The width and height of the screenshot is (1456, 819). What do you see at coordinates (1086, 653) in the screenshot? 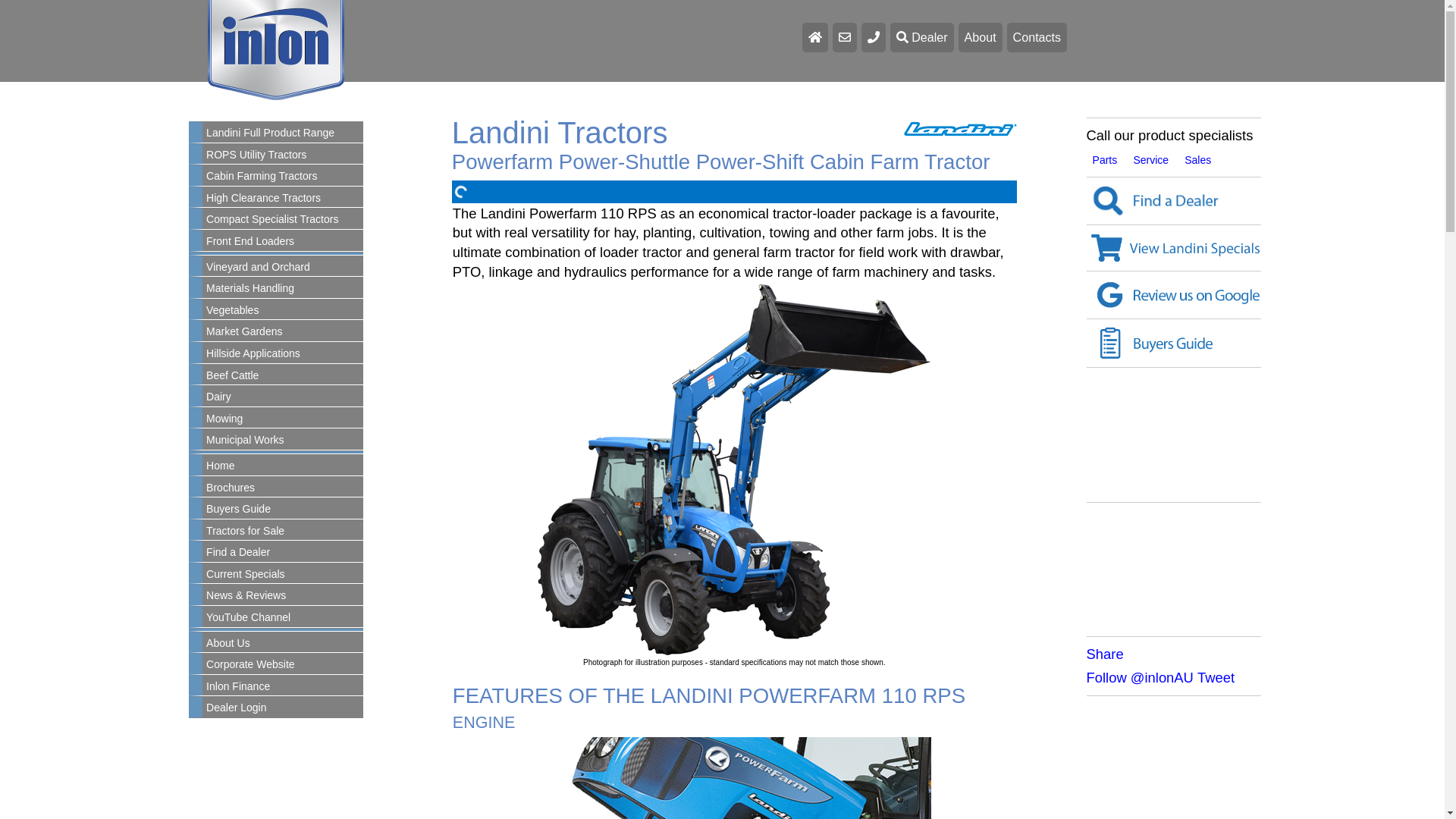
I see `'Share'` at bounding box center [1086, 653].